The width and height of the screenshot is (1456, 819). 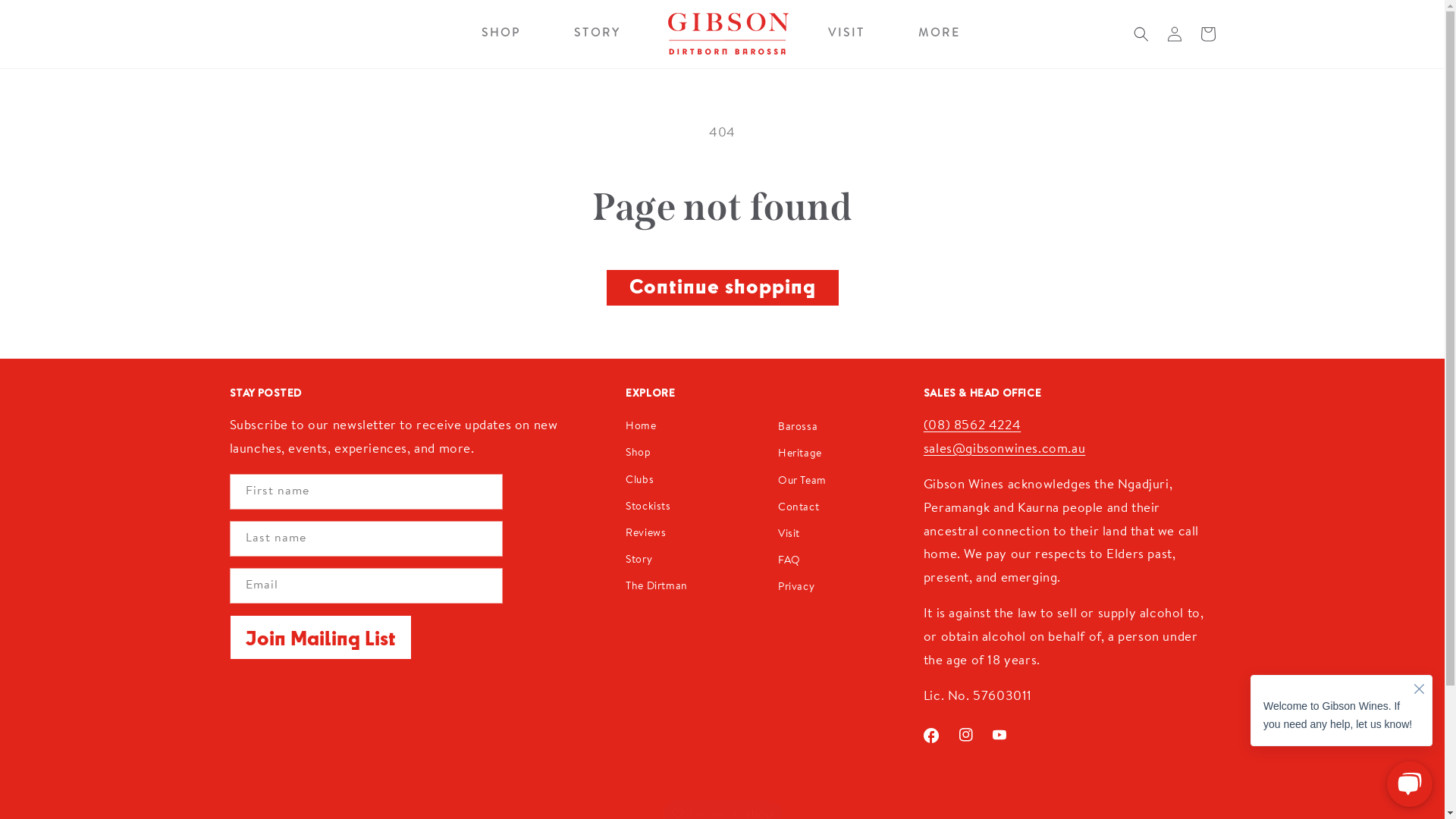 I want to click on 'Stockists', so click(x=626, y=507).